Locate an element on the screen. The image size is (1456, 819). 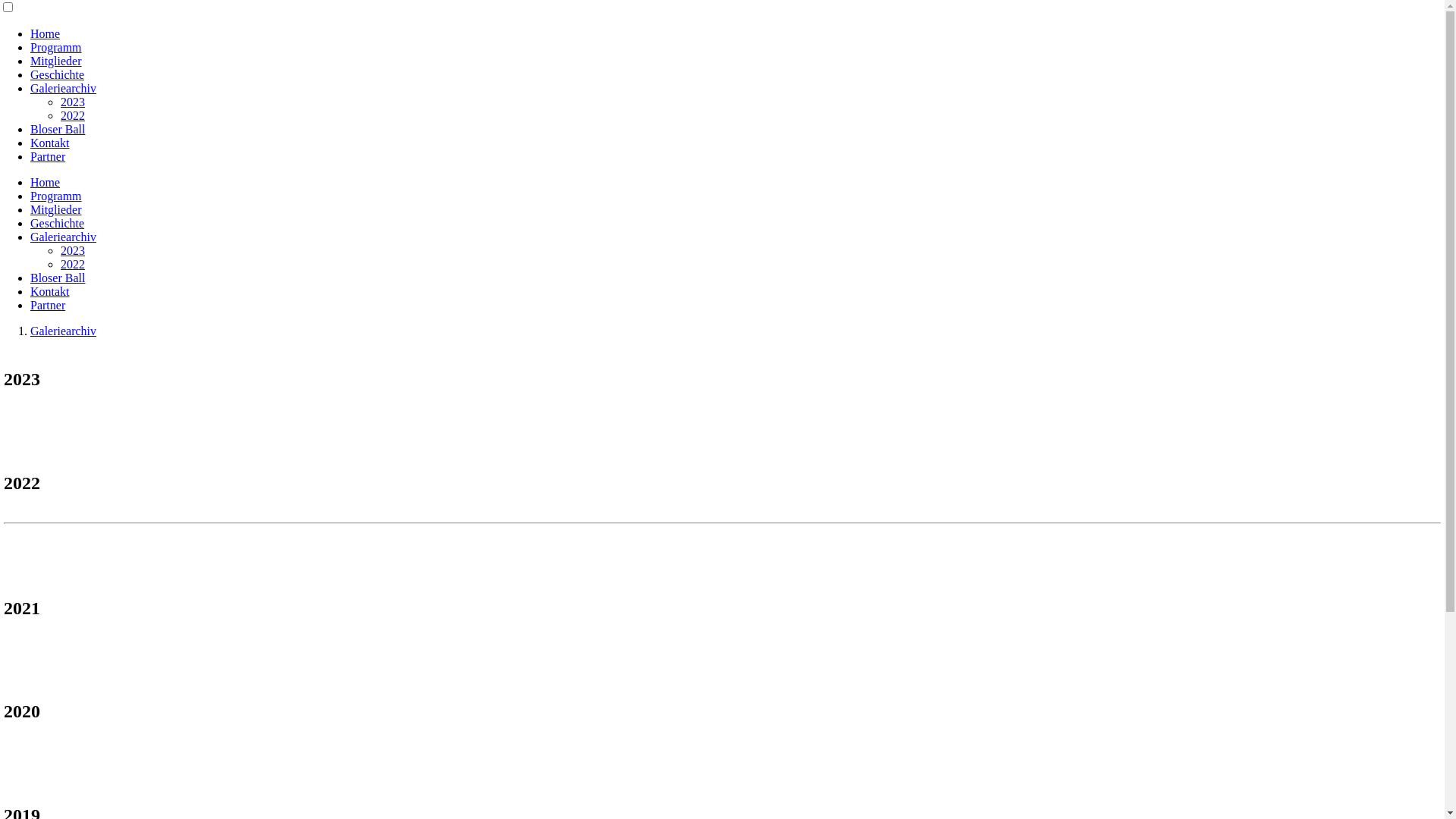
'Home' is located at coordinates (30, 33).